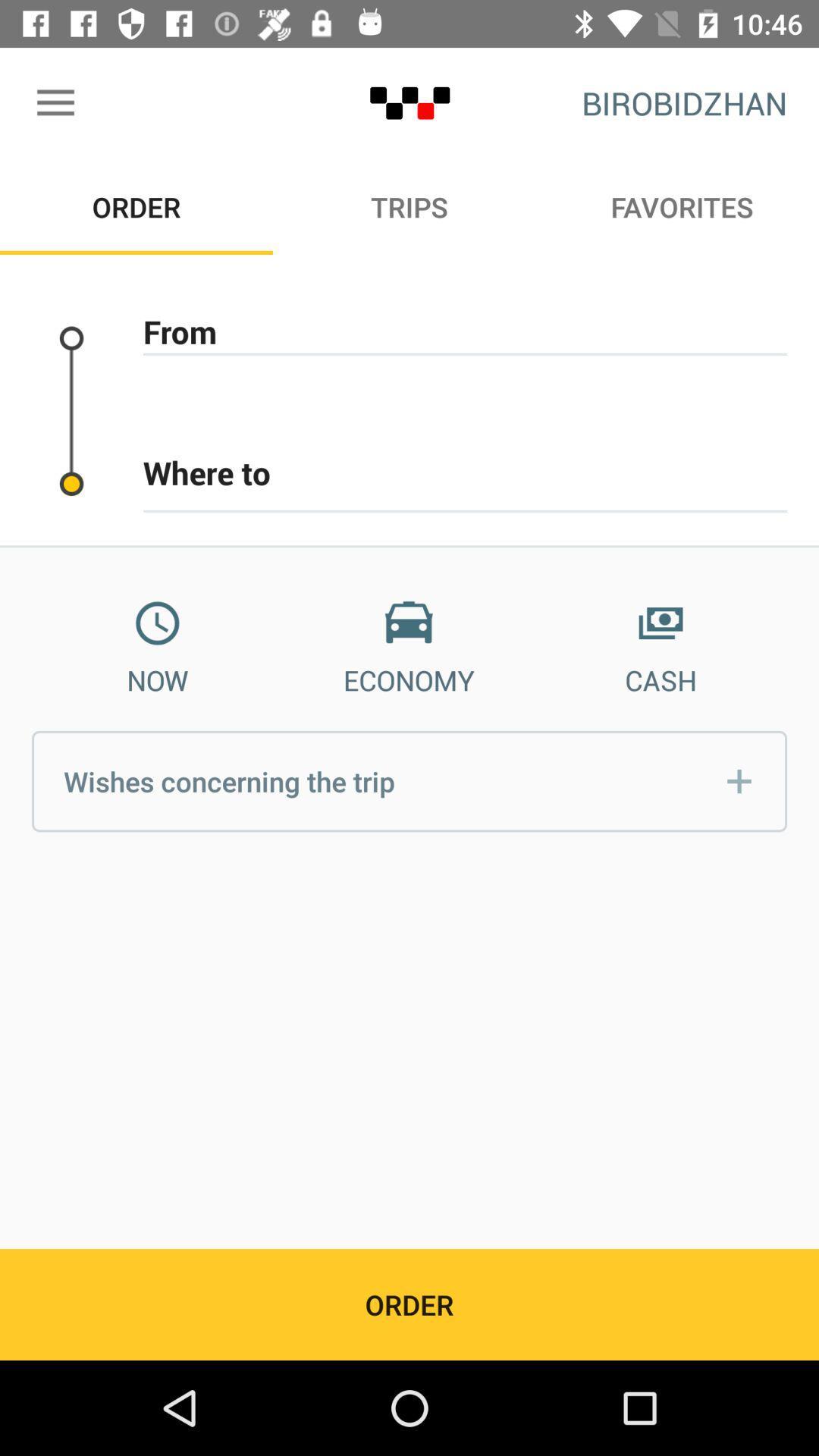 Image resolution: width=819 pixels, height=1456 pixels. I want to click on birobidzhan icon, so click(684, 102).